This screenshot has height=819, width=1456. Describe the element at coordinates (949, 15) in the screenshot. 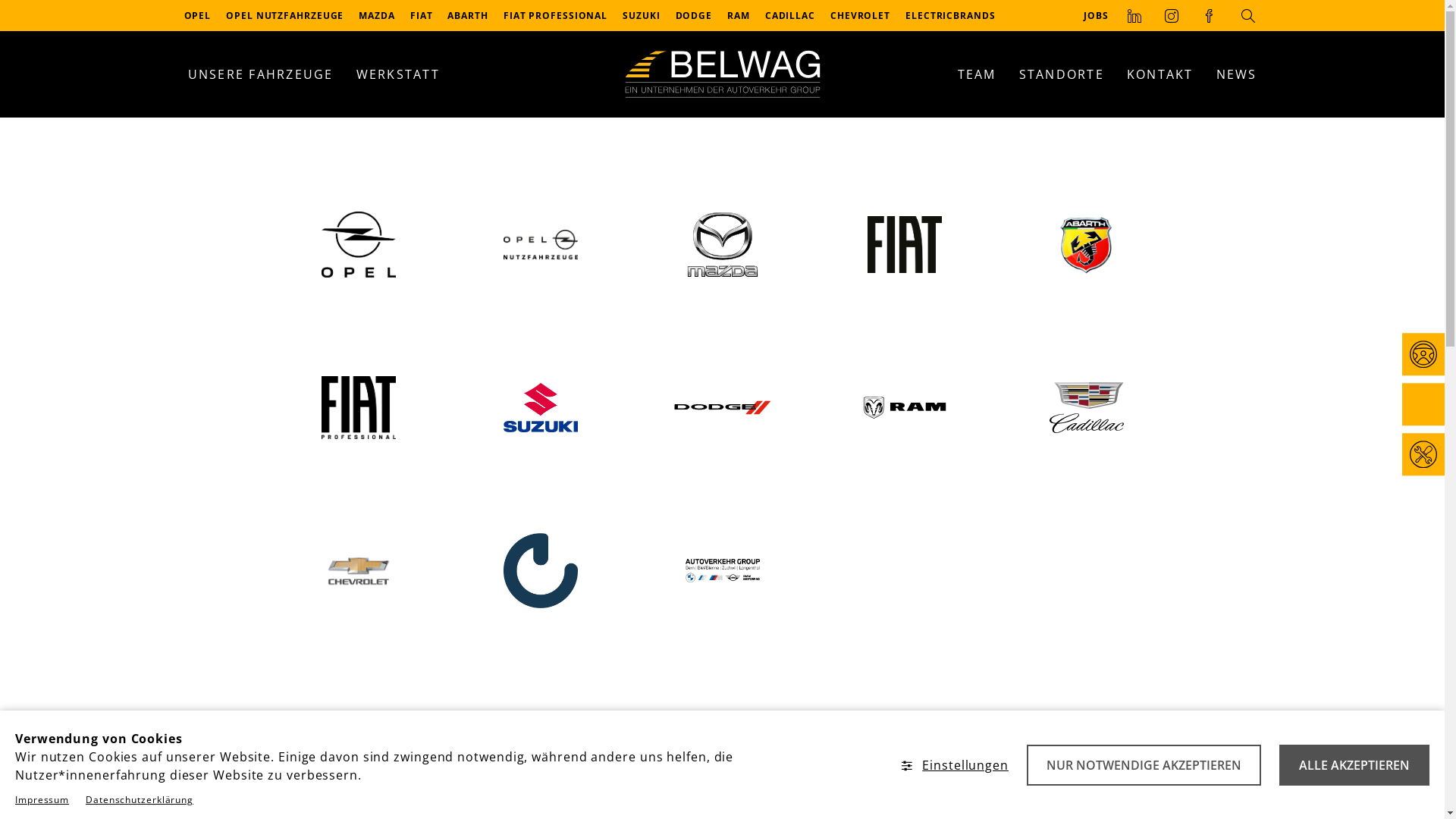

I see `'ELECTRICBRANDS'` at that location.